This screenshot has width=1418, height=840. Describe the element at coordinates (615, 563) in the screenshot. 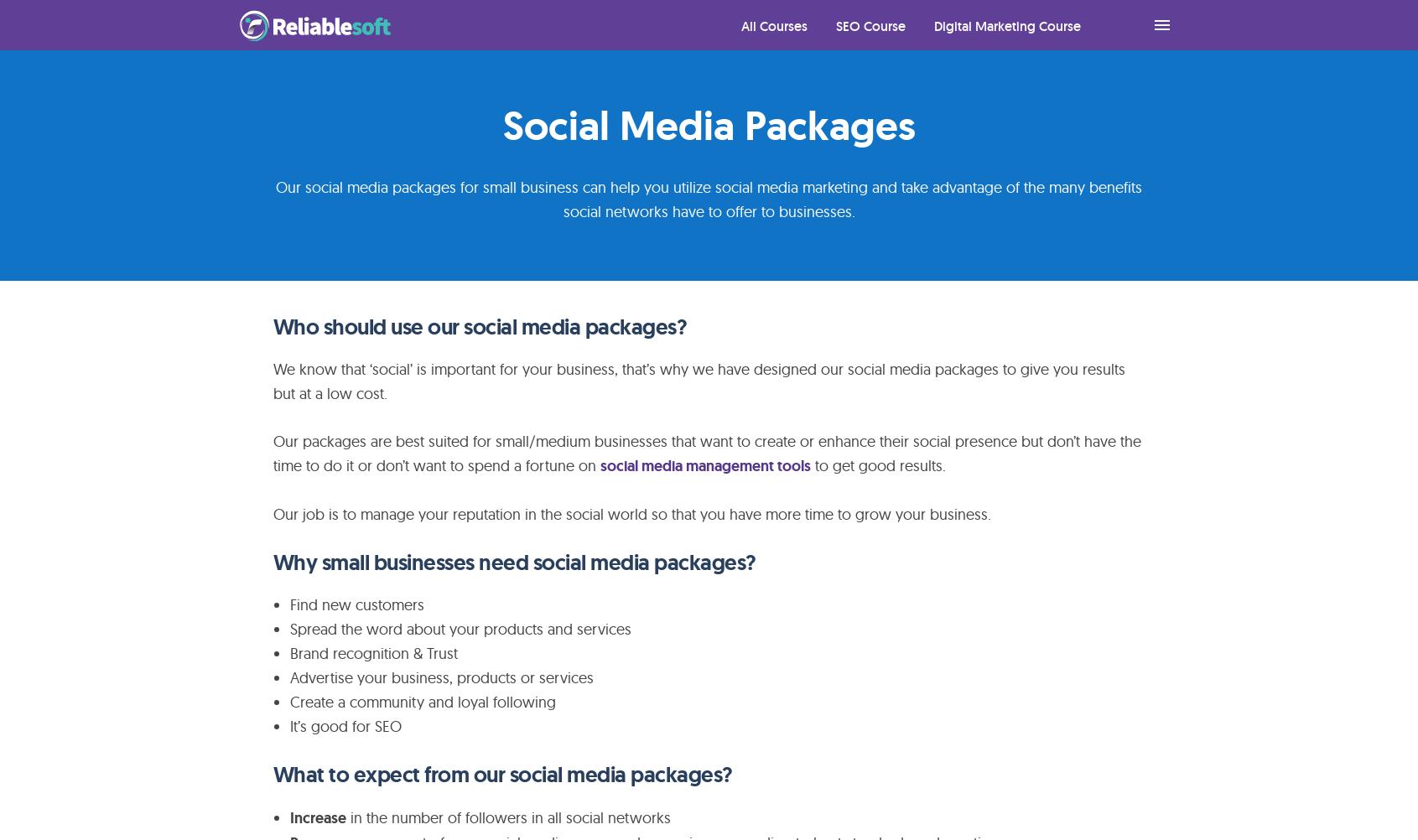

I see `'need social media packages?'` at that location.